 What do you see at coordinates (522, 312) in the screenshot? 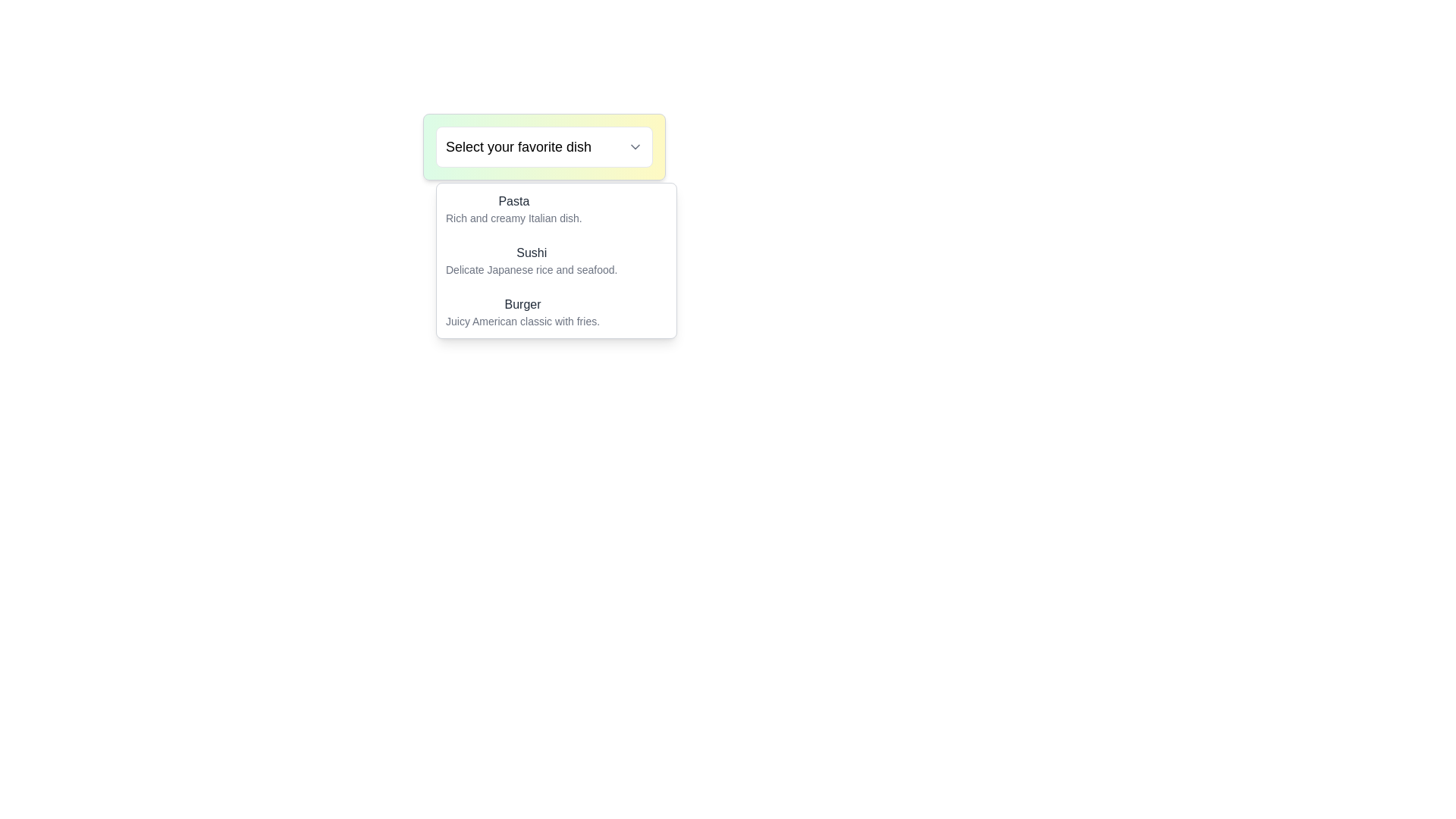
I see `the 'Burger' text element in the dropdown menu` at bounding box center [522, 312].